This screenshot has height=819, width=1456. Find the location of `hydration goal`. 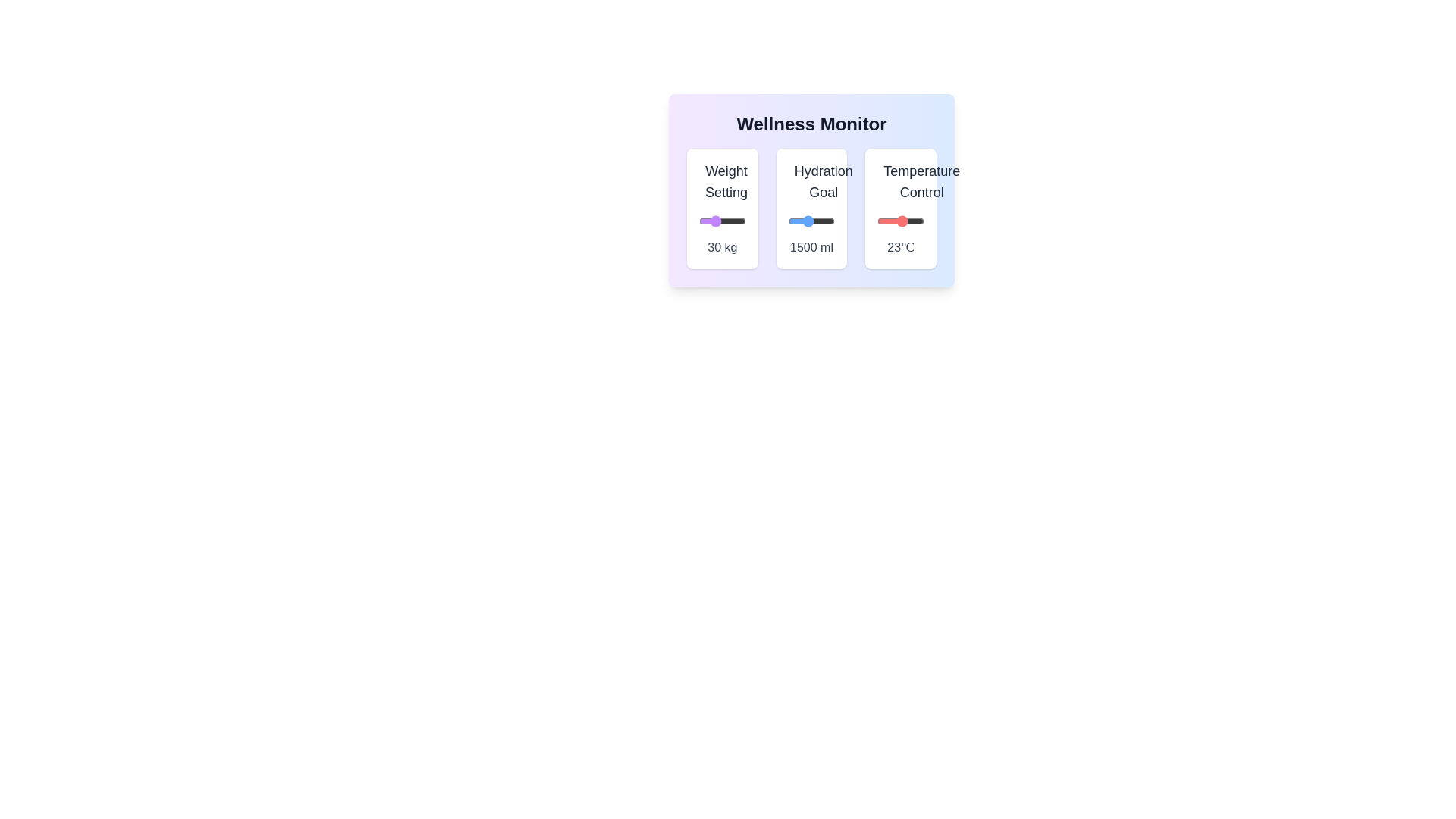

hydration goal is located at coordinates (795, 221).